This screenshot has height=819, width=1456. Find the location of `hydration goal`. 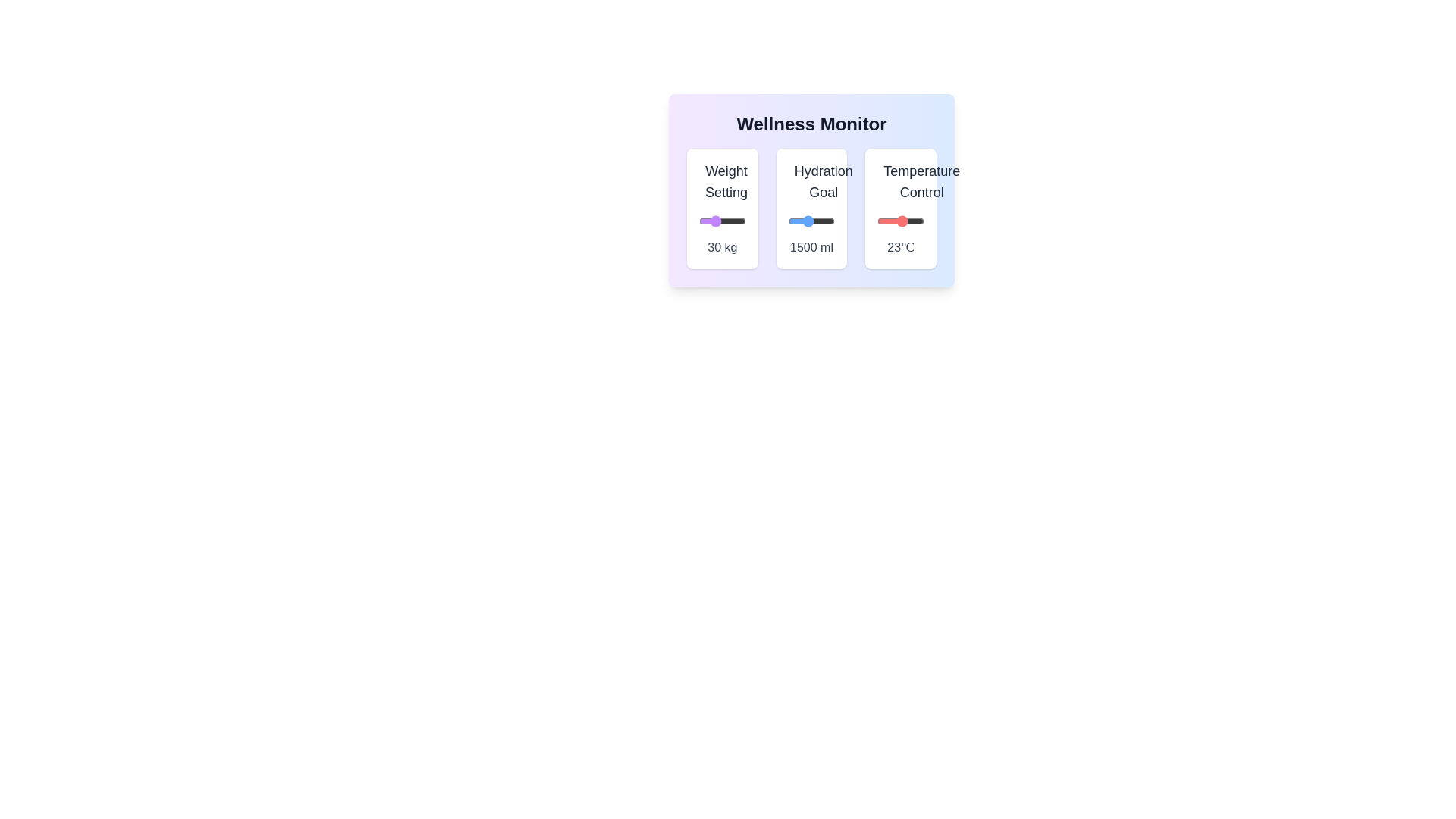

hydration goal is located at coordinates (795, 221).